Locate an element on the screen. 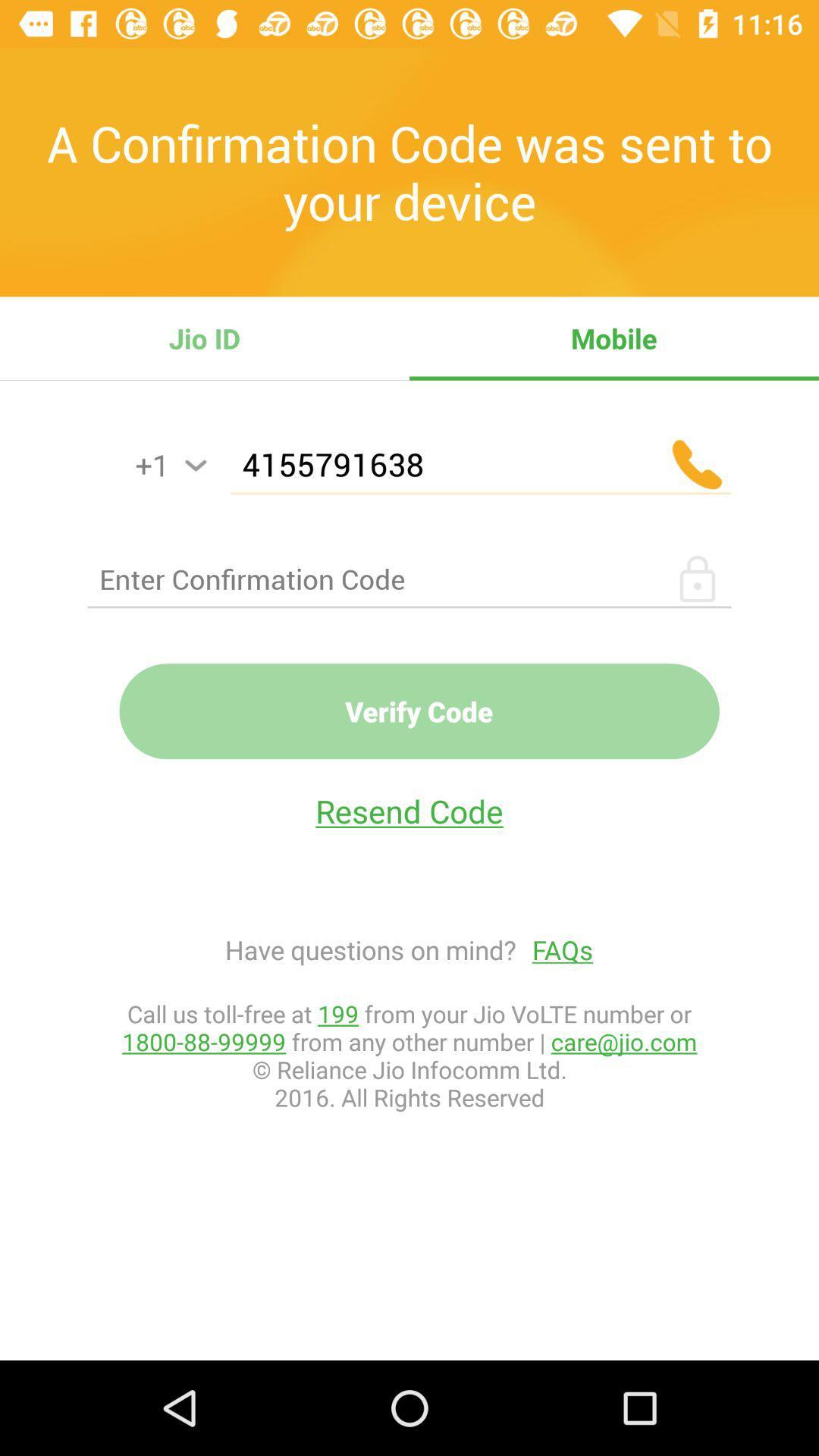  verify code is located at coordinates (419, 711).